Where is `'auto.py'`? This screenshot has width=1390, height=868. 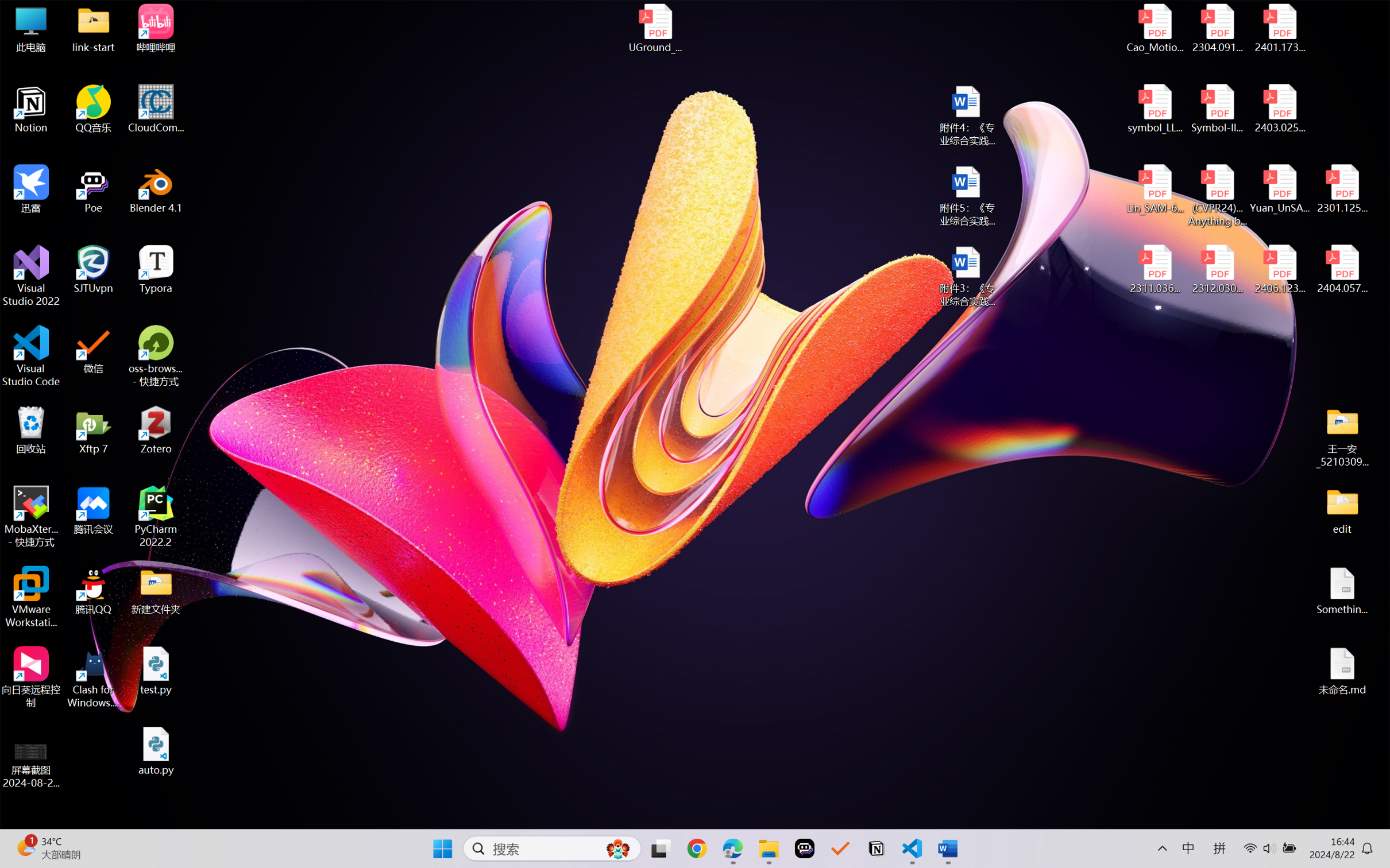
'auto.py' is located at coordinates (156, 751).